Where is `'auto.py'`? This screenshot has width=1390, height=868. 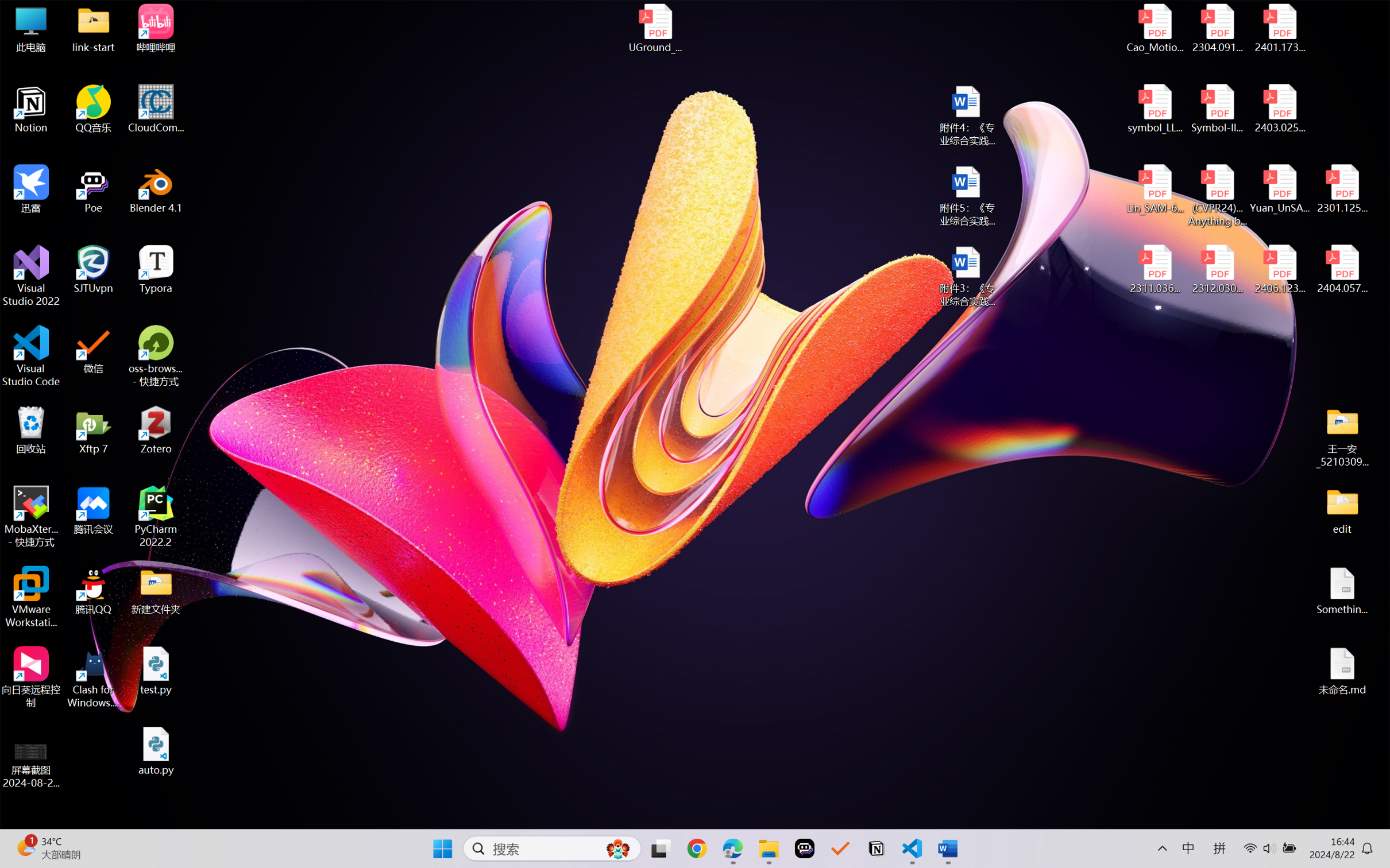
'auto.py' is located at coordinates (156, 751).